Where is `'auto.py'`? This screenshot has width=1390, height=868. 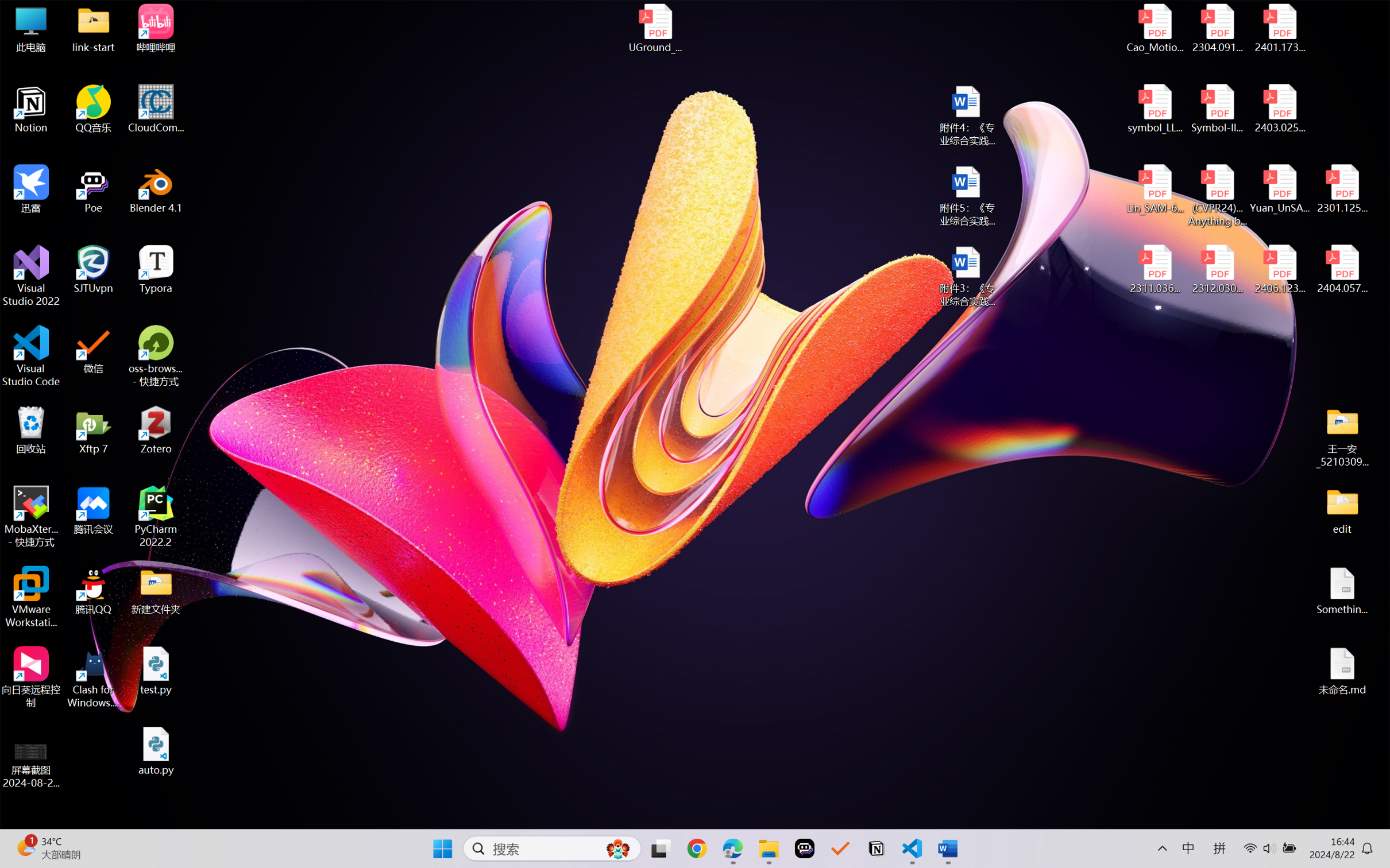
'auto.py' is located at coordinates (156, 751).